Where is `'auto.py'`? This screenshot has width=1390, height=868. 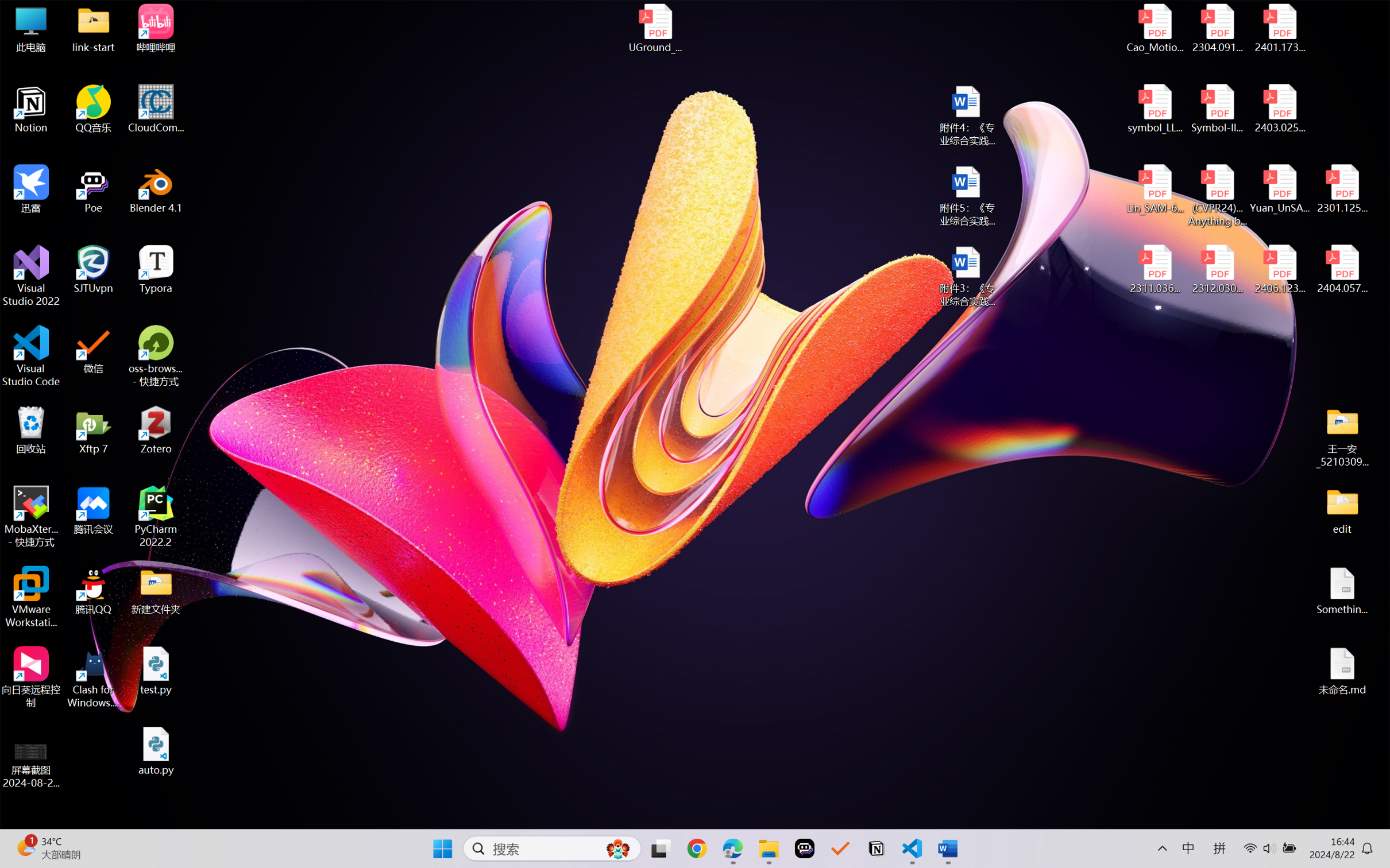
'auto.py' is located at coordinates (156, 751).